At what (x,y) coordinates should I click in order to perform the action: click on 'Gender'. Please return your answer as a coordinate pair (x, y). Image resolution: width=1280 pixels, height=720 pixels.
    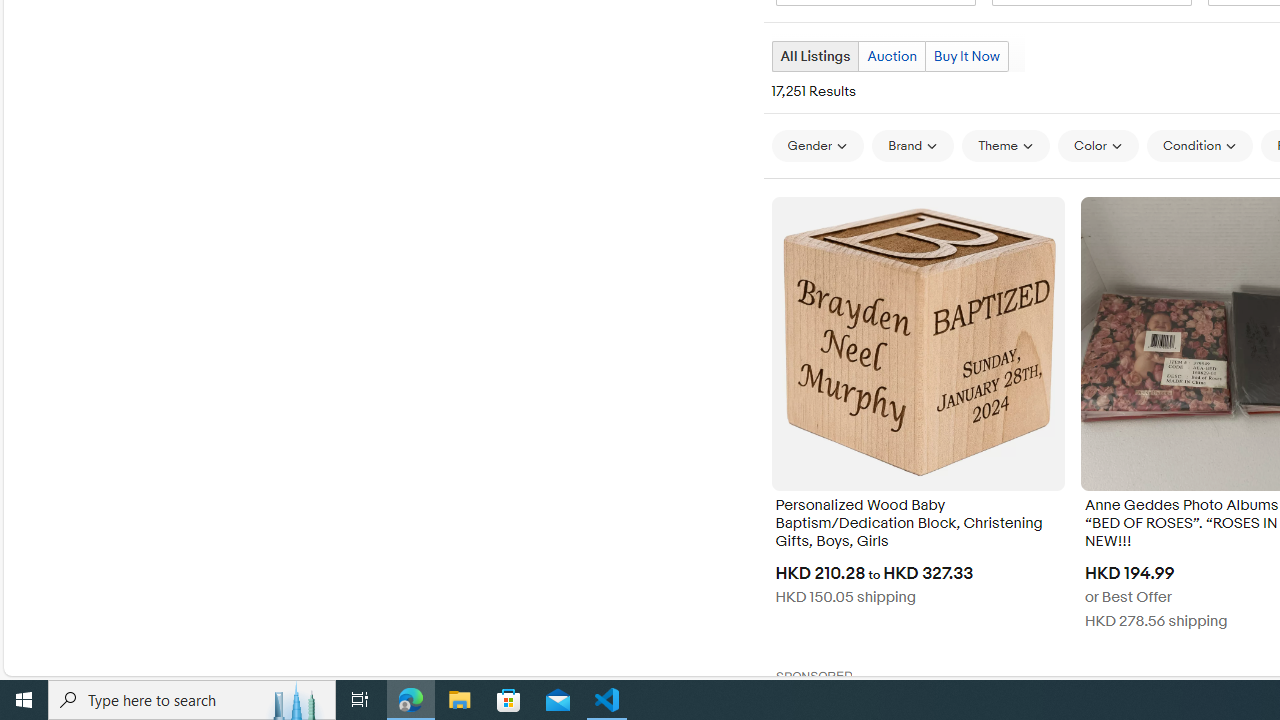
    Looking at the image, I should click on (817, 145).